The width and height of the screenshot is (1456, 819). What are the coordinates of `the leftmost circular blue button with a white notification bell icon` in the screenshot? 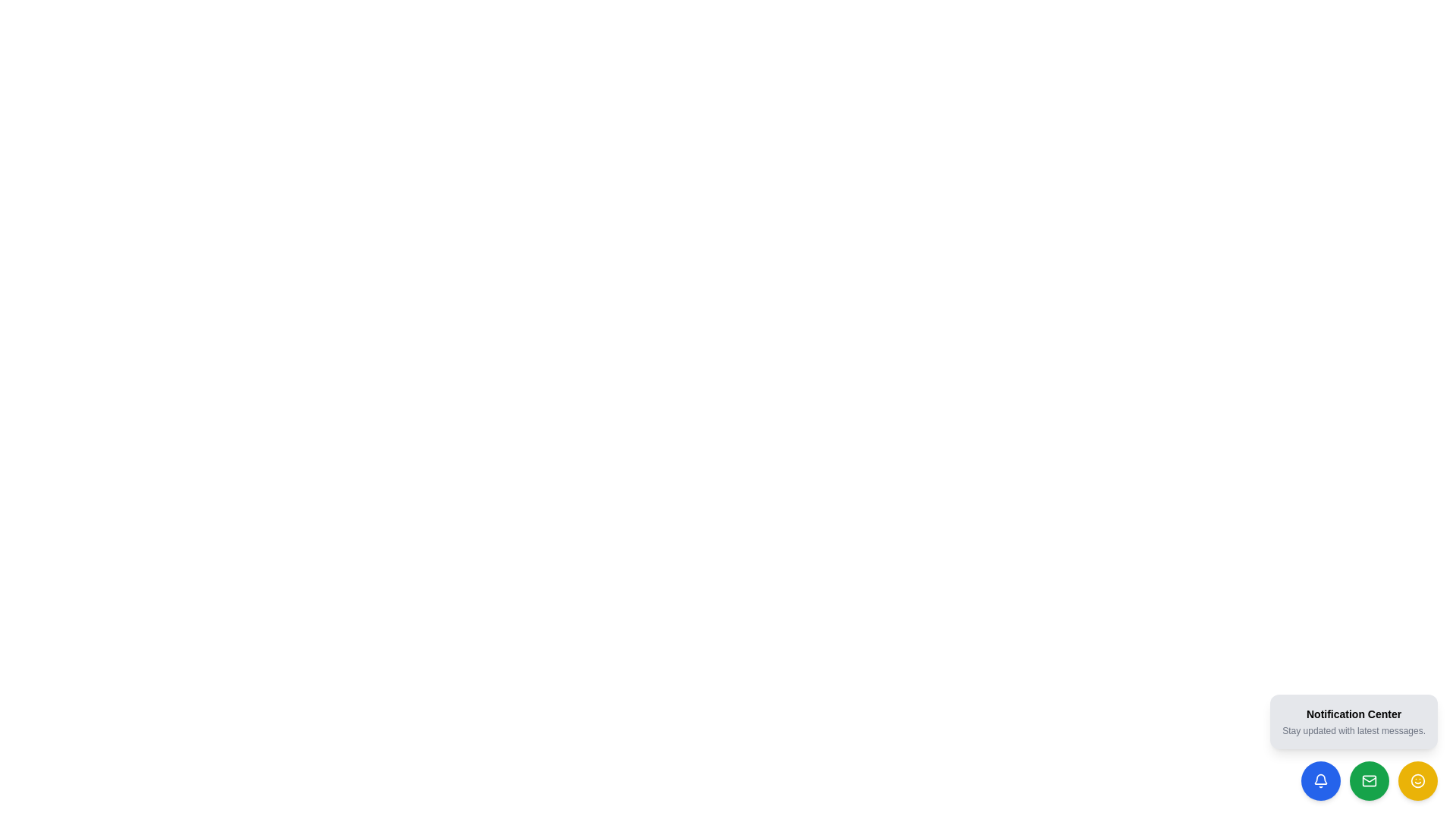 It's located at (1320, 780).